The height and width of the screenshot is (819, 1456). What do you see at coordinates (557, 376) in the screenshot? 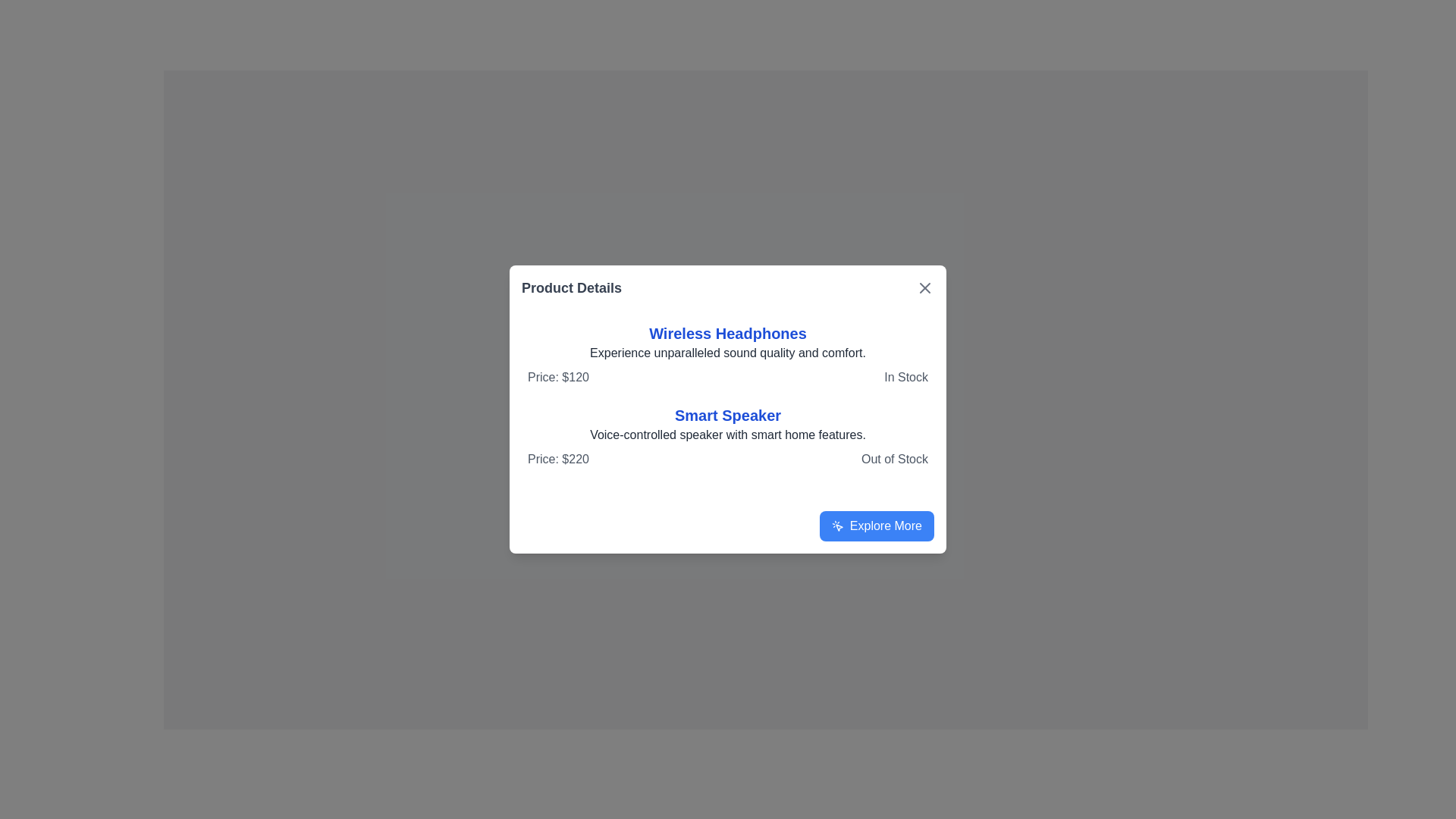
I see `price displayed in the static text label for 'Wireless Headphones', which is located centrally within the product card under the product title` at bounding box center [557, 376].